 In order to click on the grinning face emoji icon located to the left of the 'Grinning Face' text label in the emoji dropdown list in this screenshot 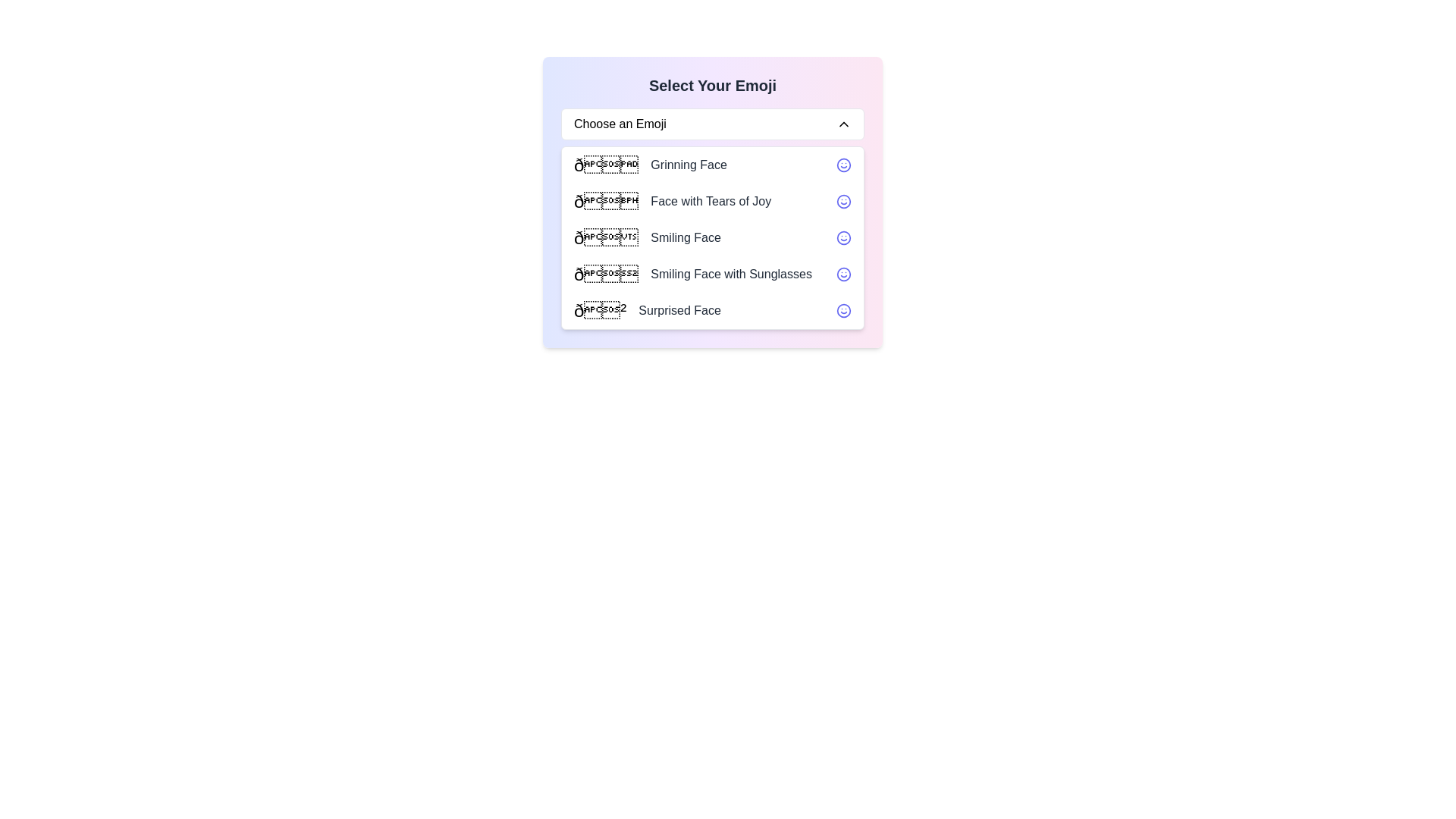, I will do `click(605, 165)`.